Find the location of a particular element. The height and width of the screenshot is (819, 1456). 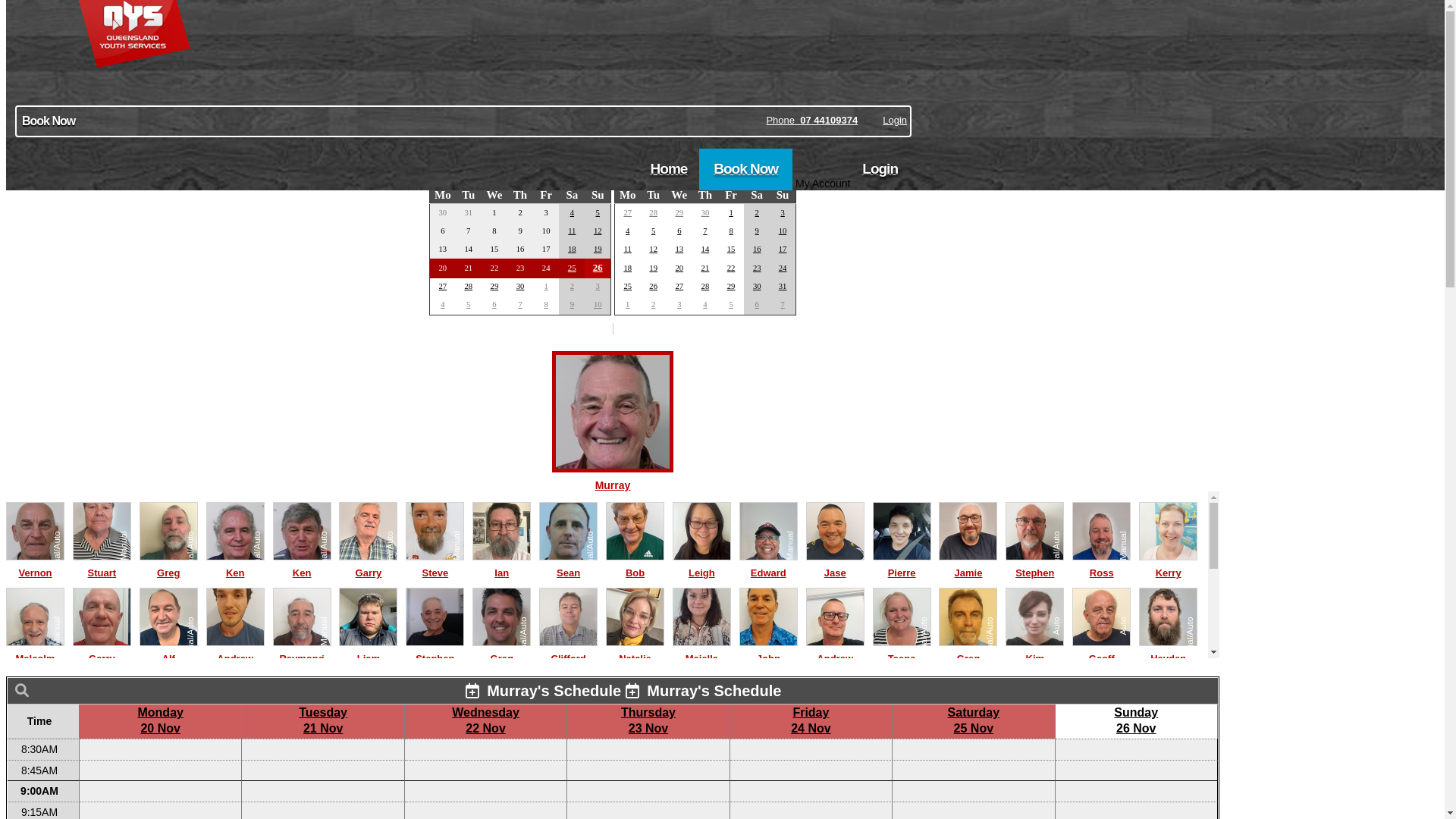

'25' is located at coordinates (627, 286).